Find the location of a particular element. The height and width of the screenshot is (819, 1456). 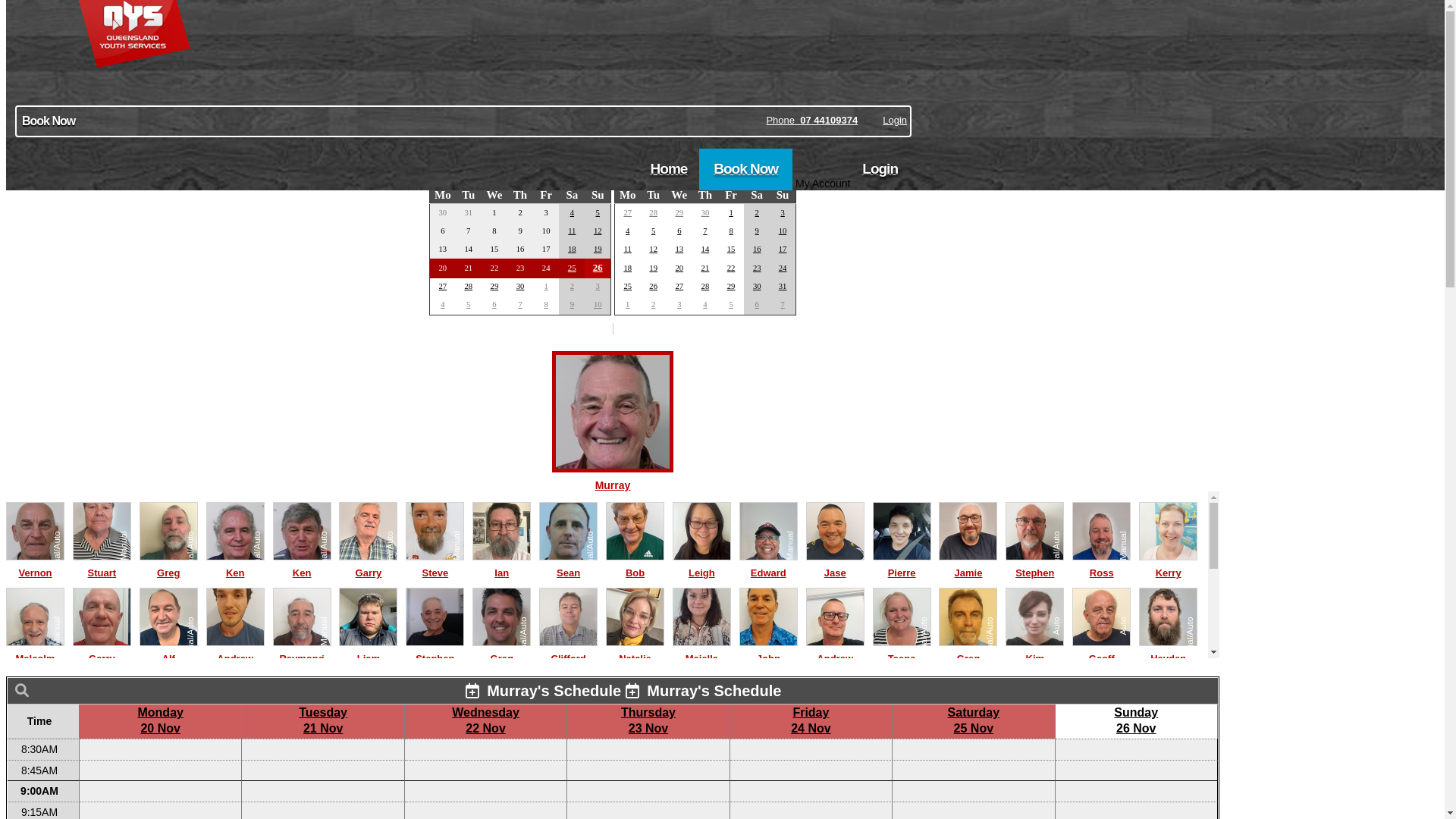

'25' is located at coordinates (627, 286).